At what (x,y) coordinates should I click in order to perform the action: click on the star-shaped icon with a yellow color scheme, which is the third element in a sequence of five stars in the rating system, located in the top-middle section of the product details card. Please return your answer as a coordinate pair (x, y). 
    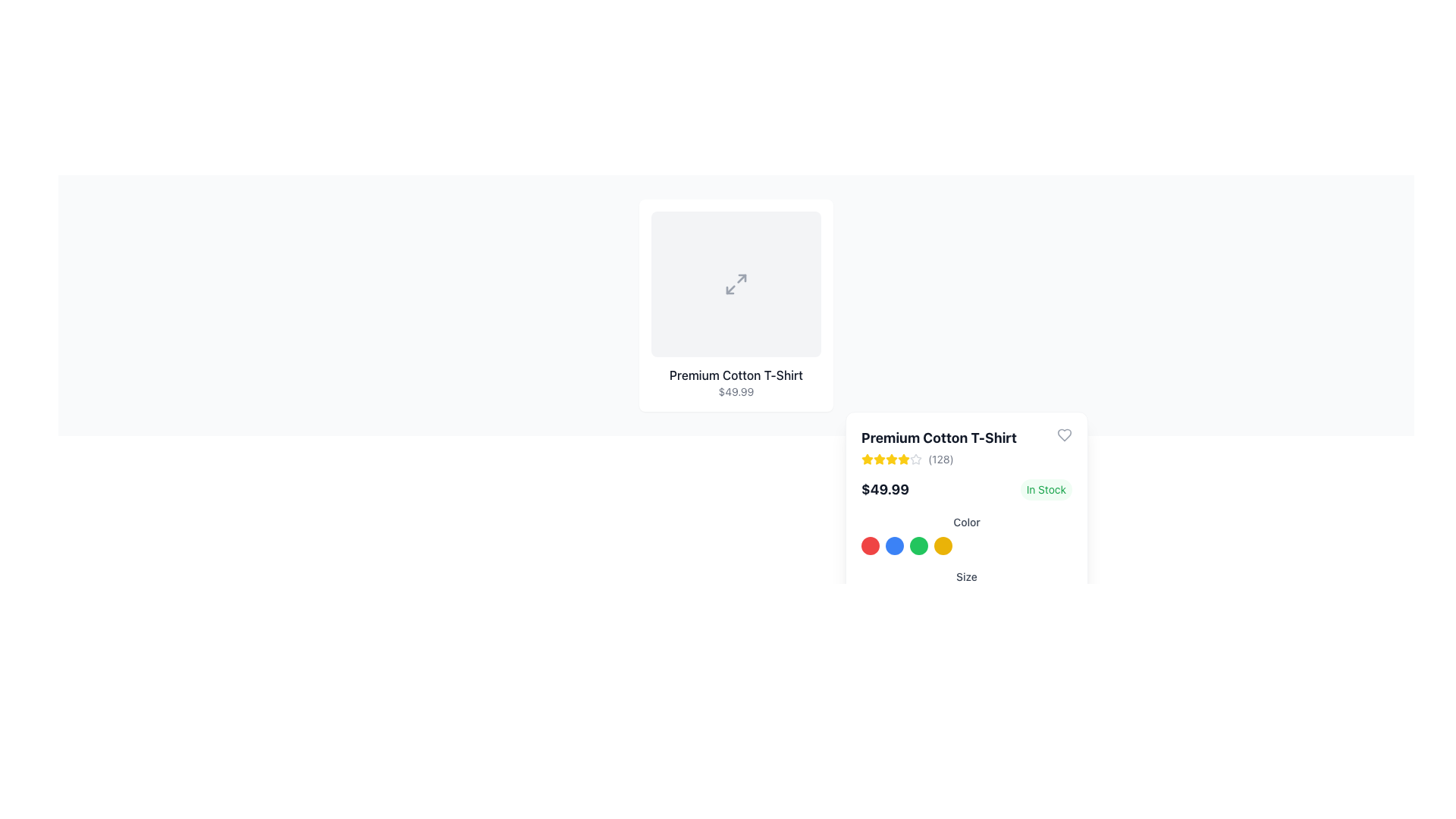
    Looking at the image, I should click on (880, 458).